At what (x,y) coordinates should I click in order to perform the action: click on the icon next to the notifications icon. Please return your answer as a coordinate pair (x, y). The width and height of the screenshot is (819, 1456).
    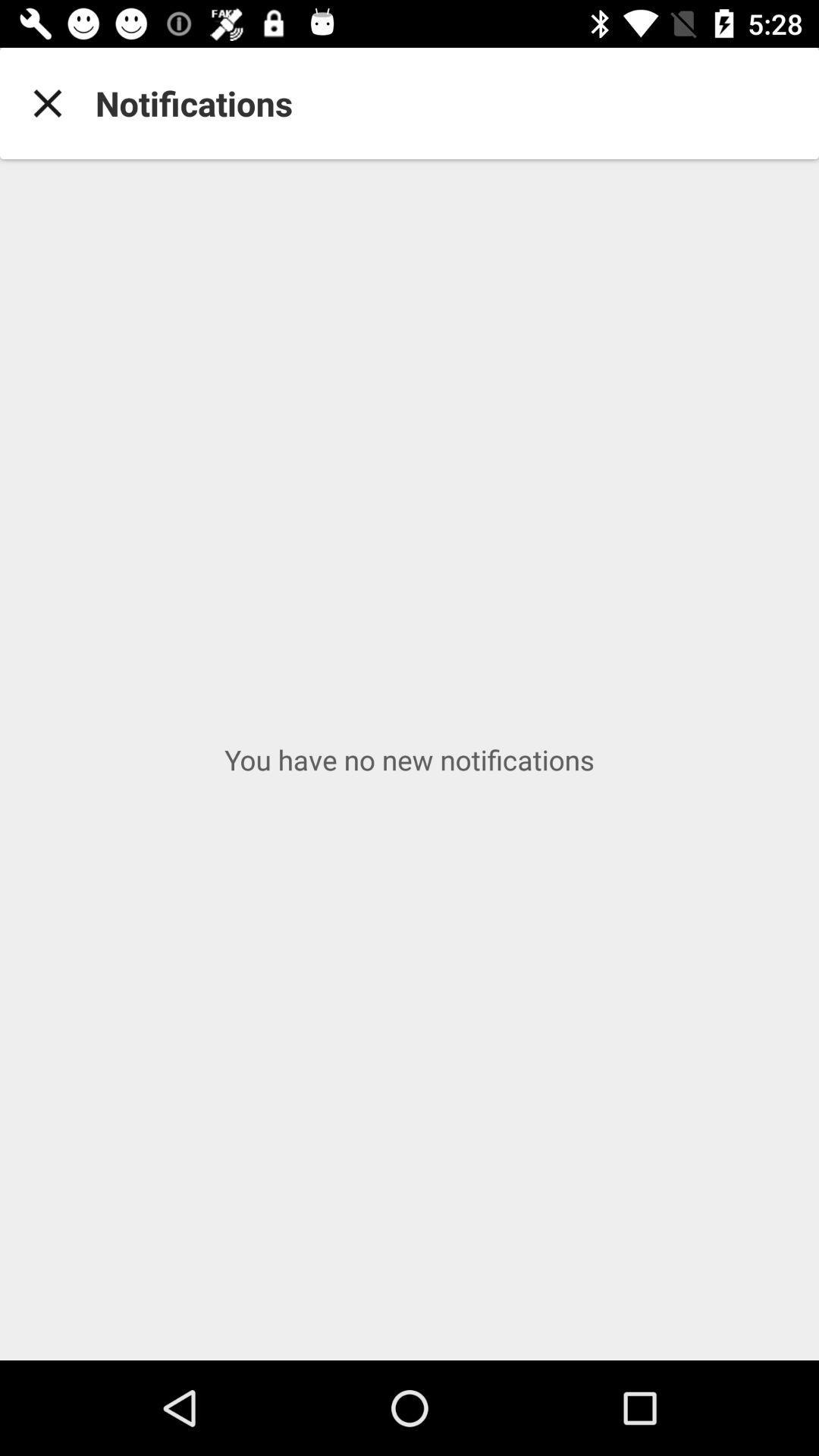
    Looking at the image, I should click on (46, 102).